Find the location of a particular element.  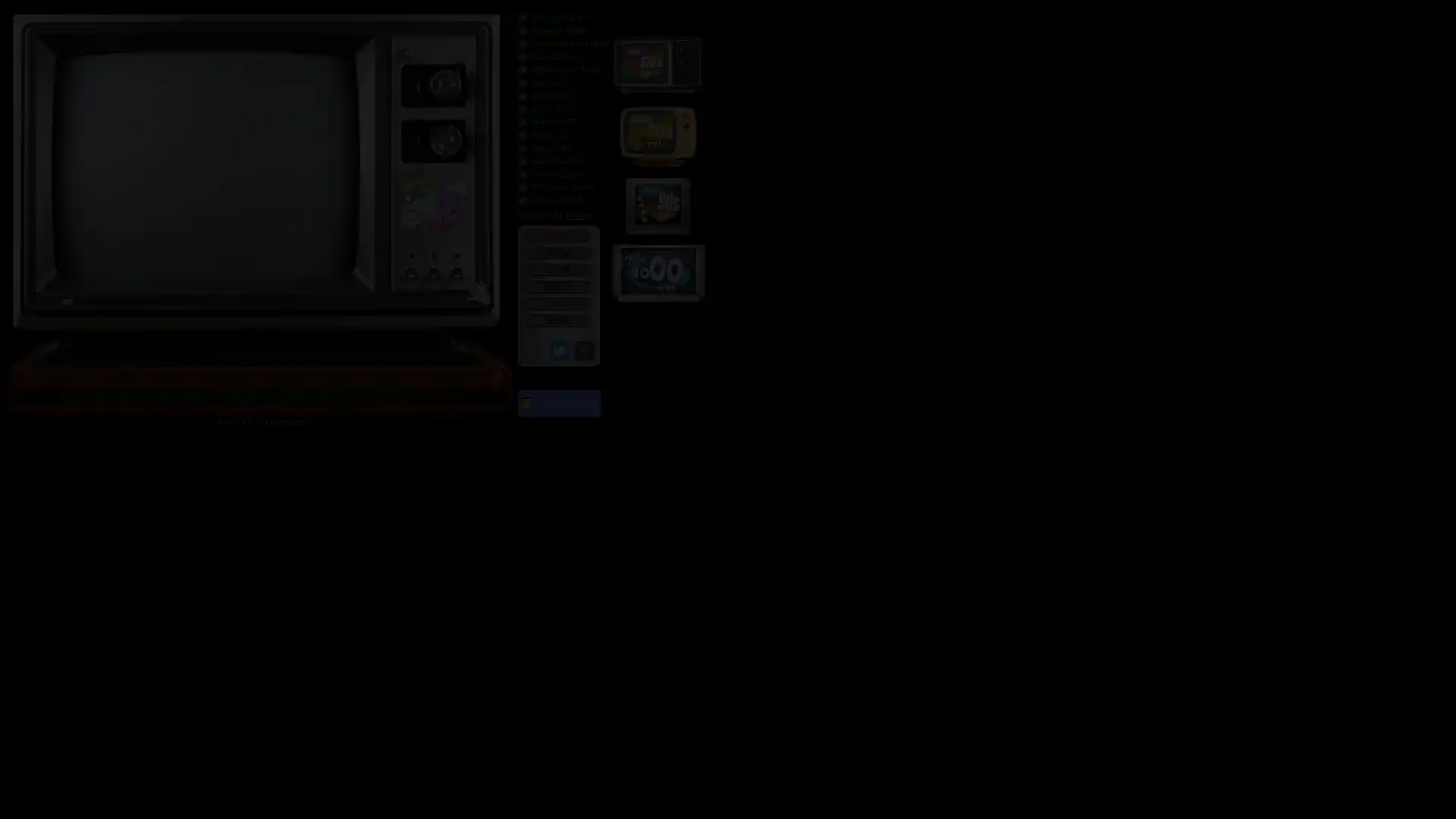

MENU is located at coordinates (557, 319).